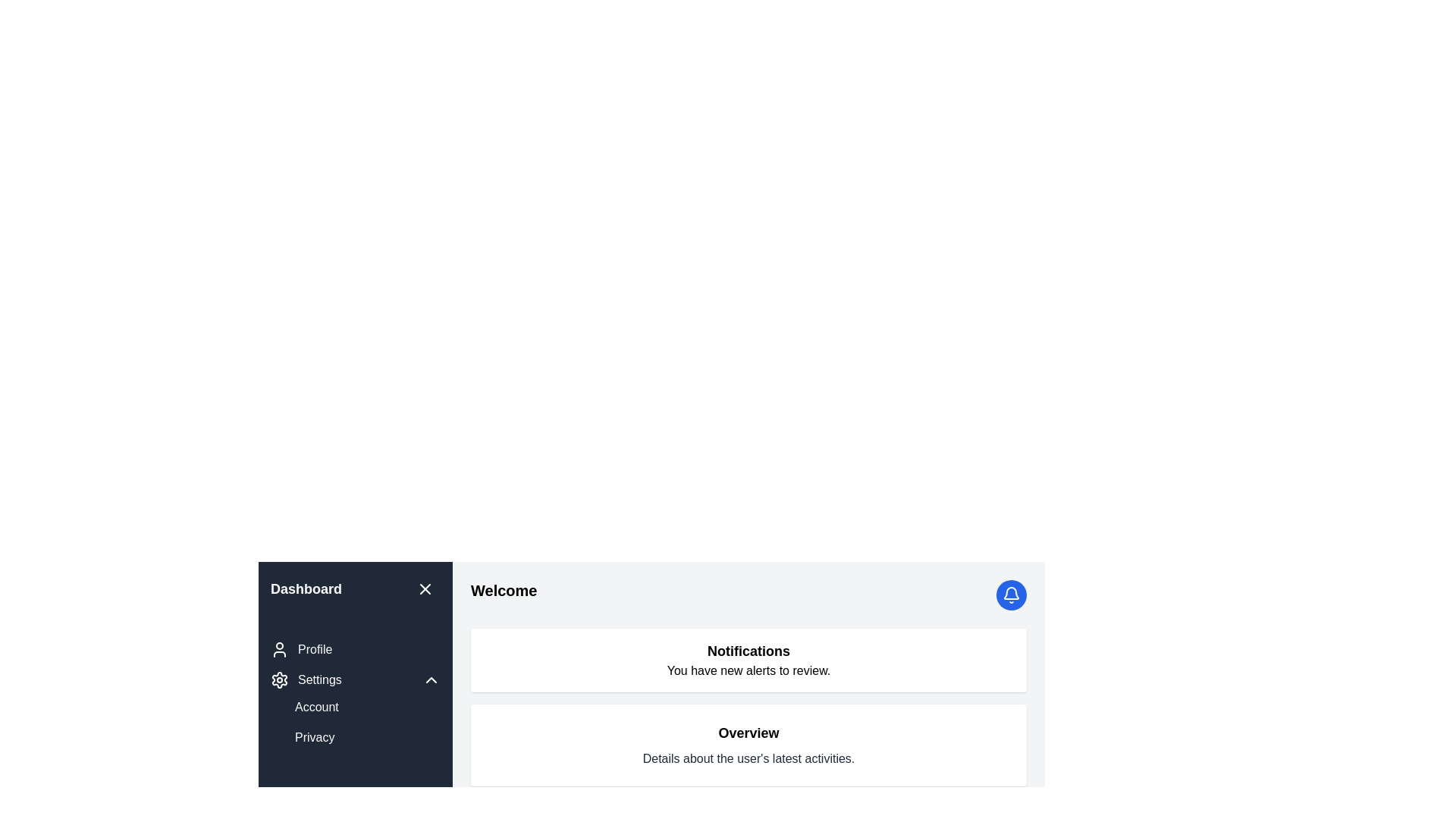 This screenshot has height=819, width=1456. Describe the element at coordinates (280, 679) in the screenshot. I see `the gear icon in the left sidebar to interact with the settings menu` at that location.